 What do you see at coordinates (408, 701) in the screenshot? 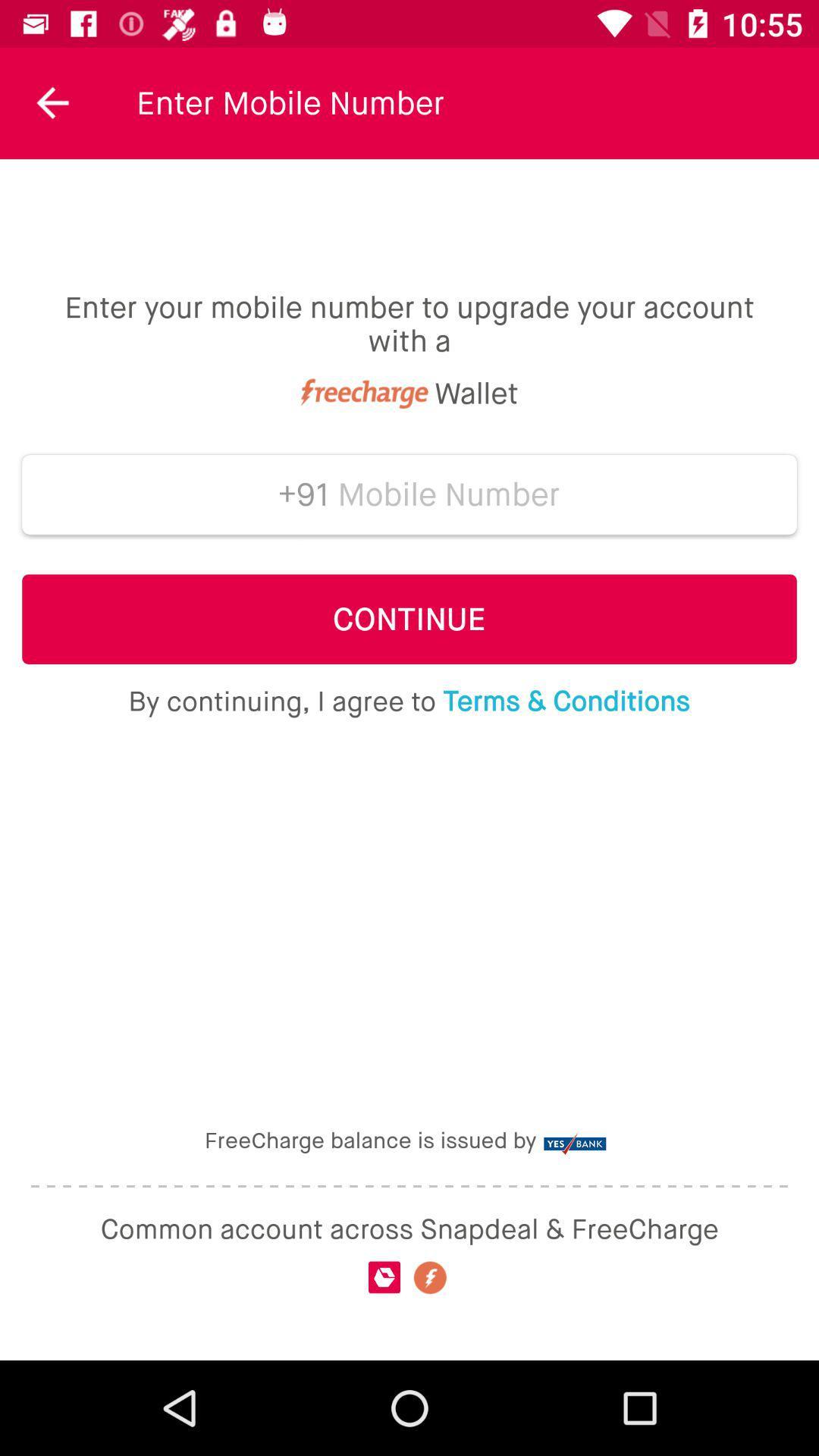
I see `the by continuing i` at bounding box center [408, 701].